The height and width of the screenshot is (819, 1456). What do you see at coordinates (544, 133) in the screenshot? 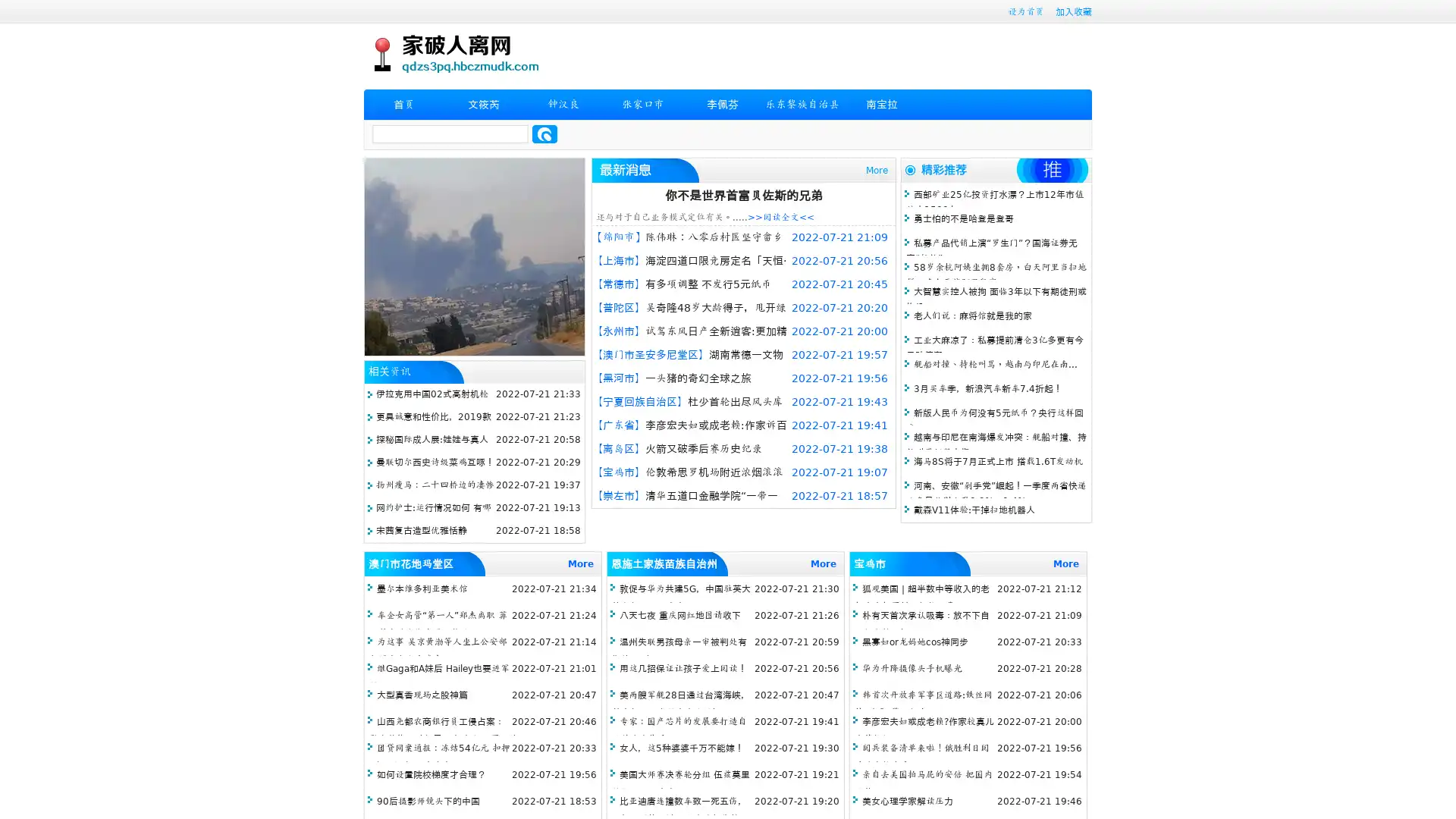
I see `Search` at bounding box center [544, 133].